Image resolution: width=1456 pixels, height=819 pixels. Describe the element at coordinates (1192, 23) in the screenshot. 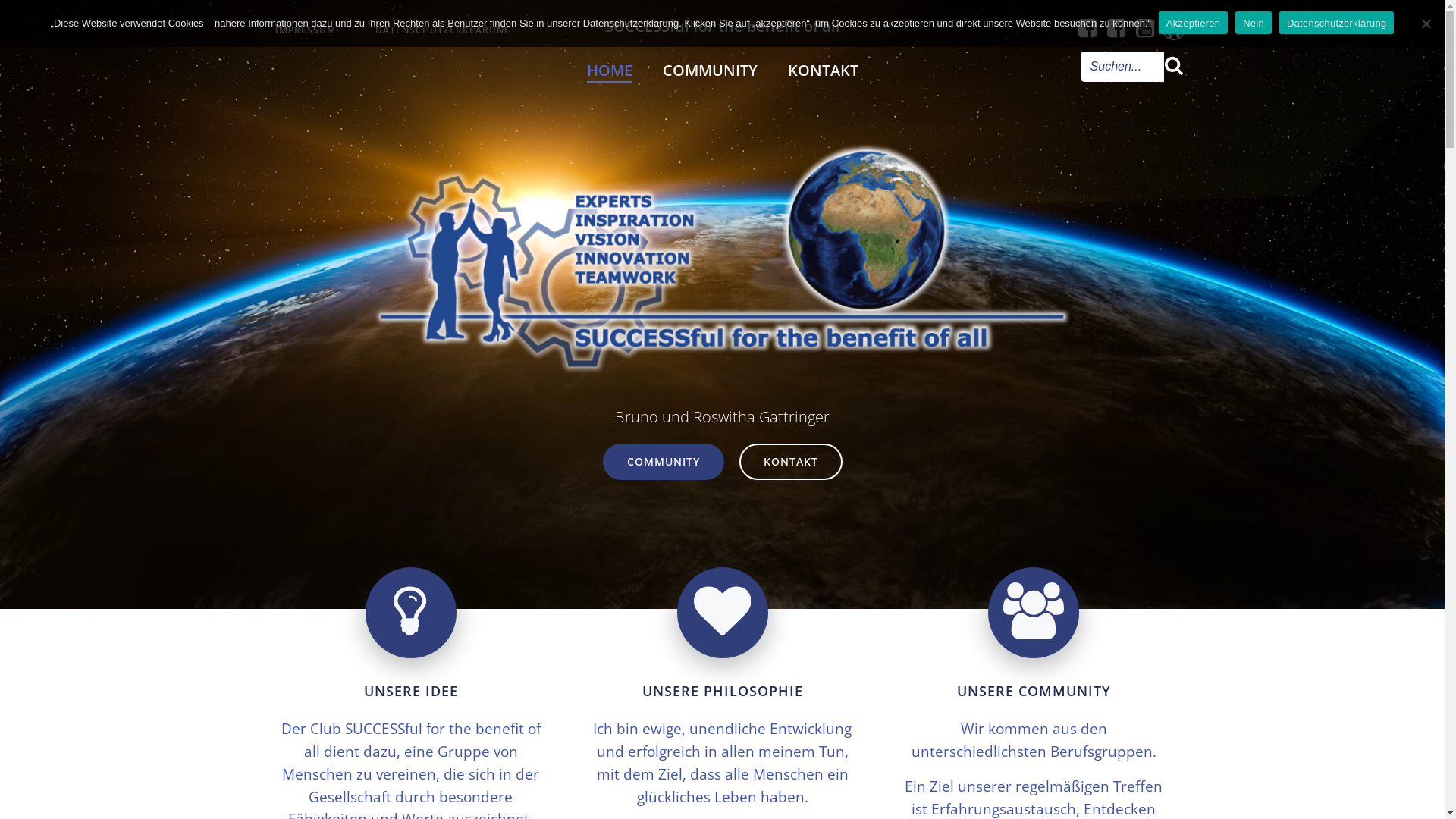

I see `'Akzeptieren'` at that location.